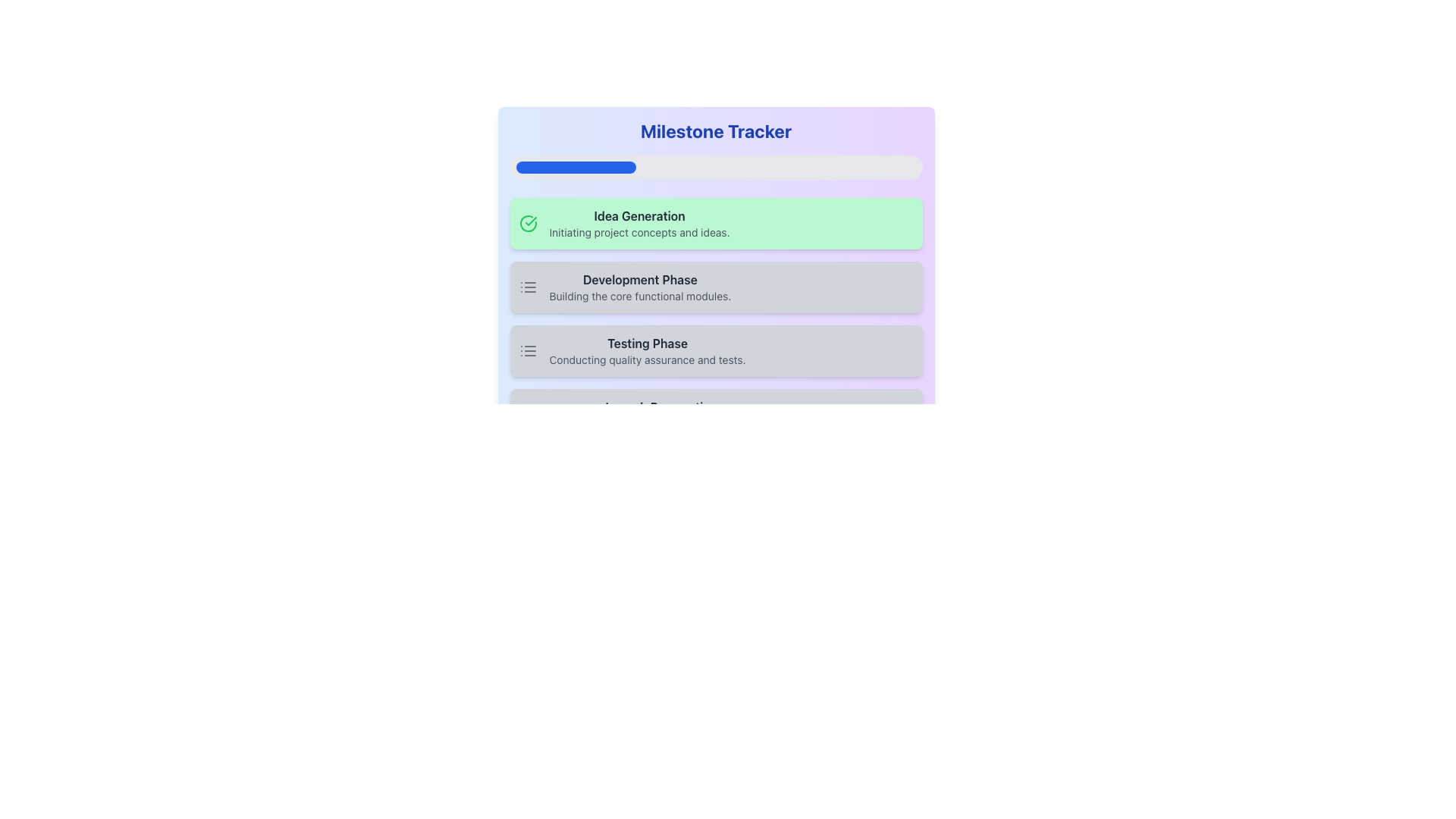  I want to click on the Text Label titled 'Testing Phase' which indicates the name of a project stage, so click(648, 343).